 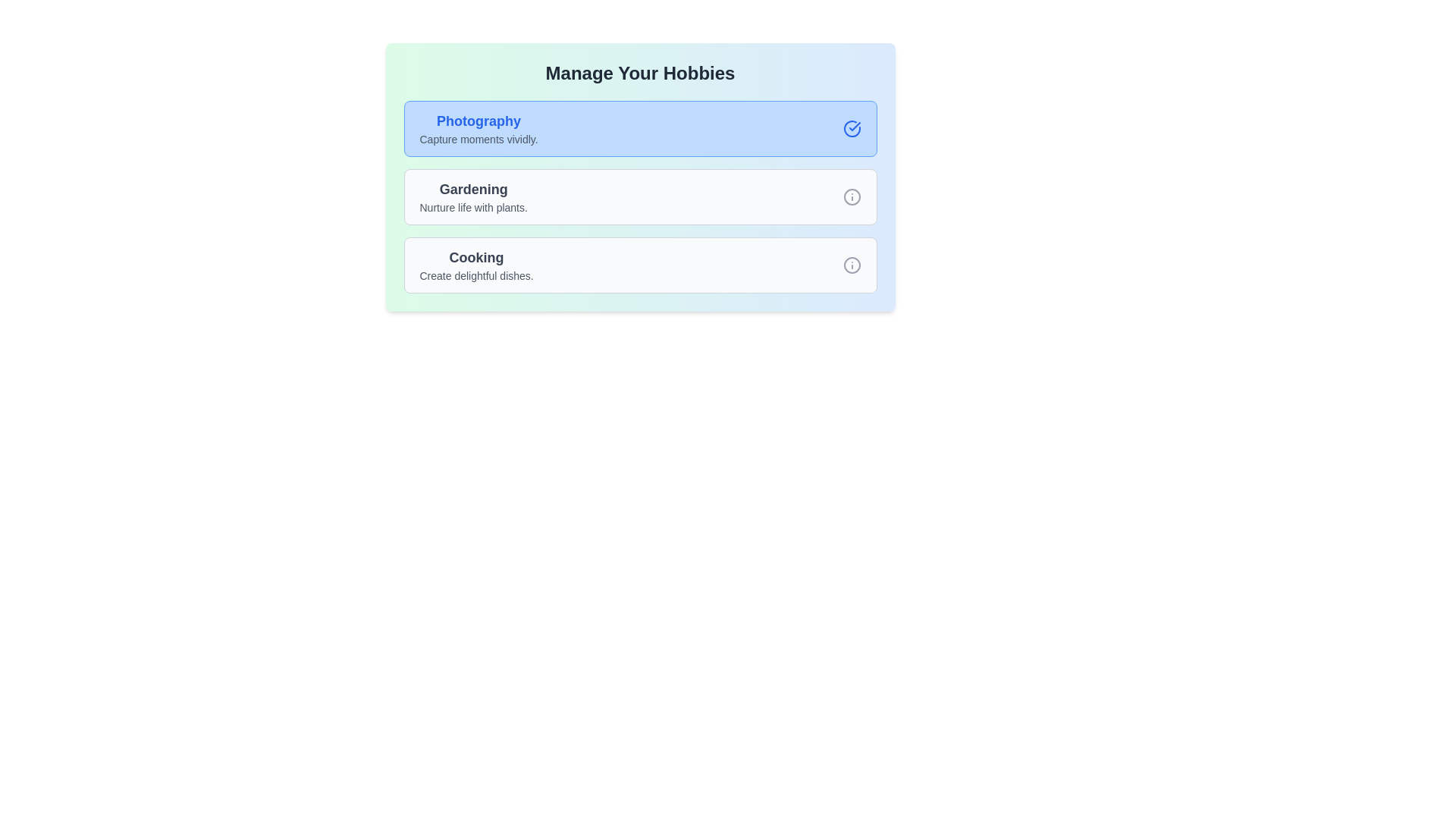 What do you see at coordinates (640, 265) in the screenshot?
I see `the hobby card with the name Cooking` at bounding box center [640, 265].